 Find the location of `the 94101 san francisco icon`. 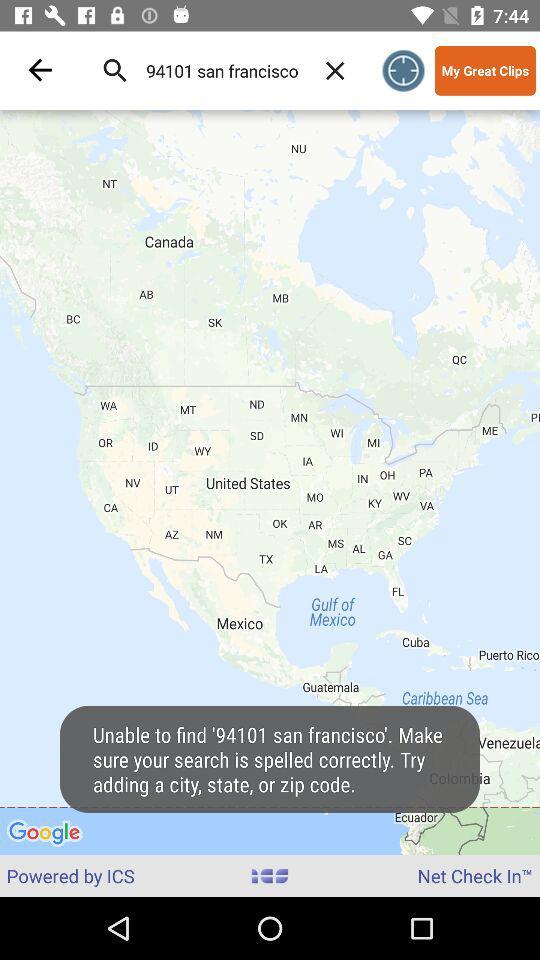

the 94101 san francisco icon is located at coordinates (221, 70).